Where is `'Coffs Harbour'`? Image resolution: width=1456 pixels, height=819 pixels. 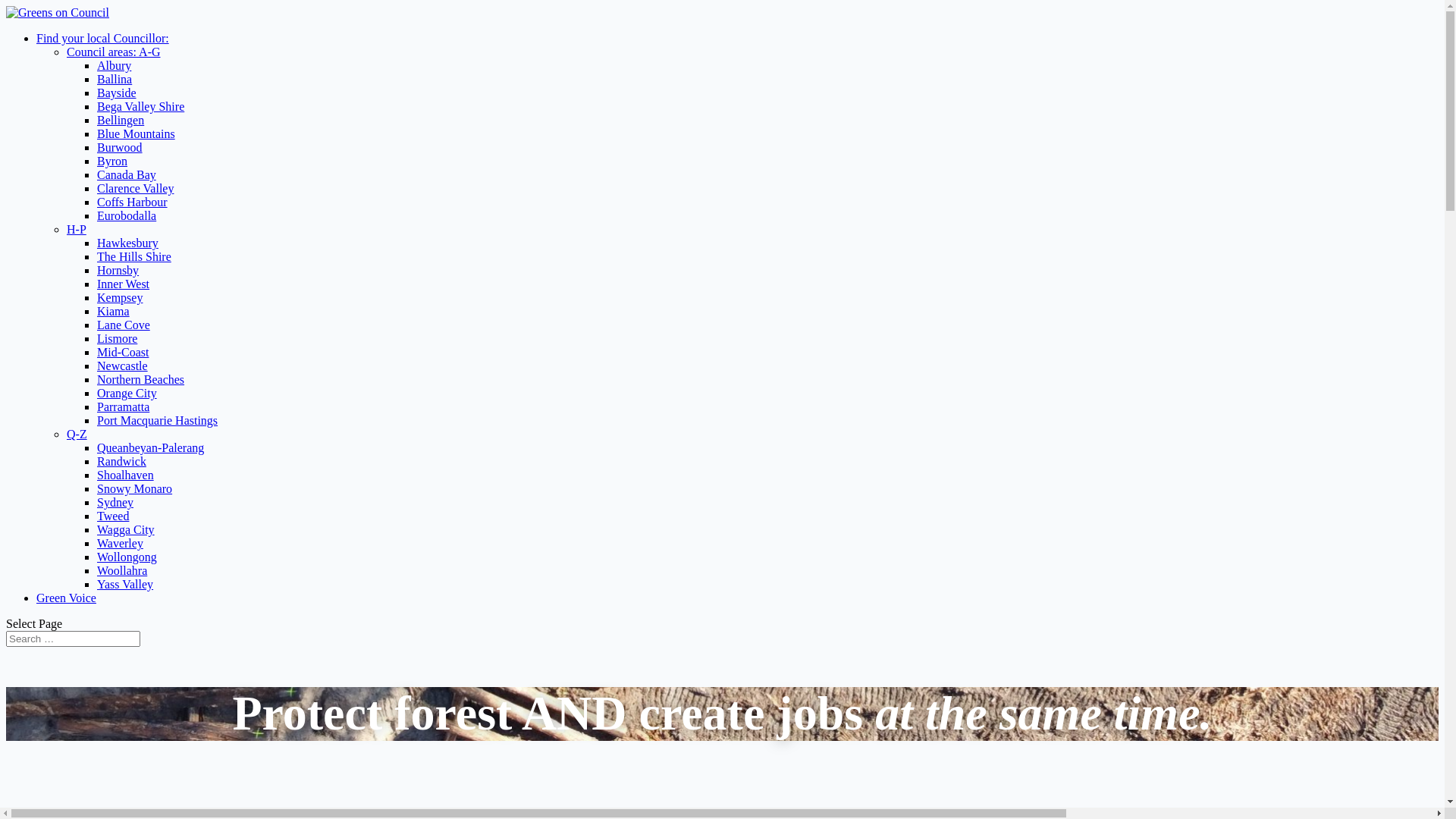
'Coffs Harbour' is located at coordinates (132, 201).